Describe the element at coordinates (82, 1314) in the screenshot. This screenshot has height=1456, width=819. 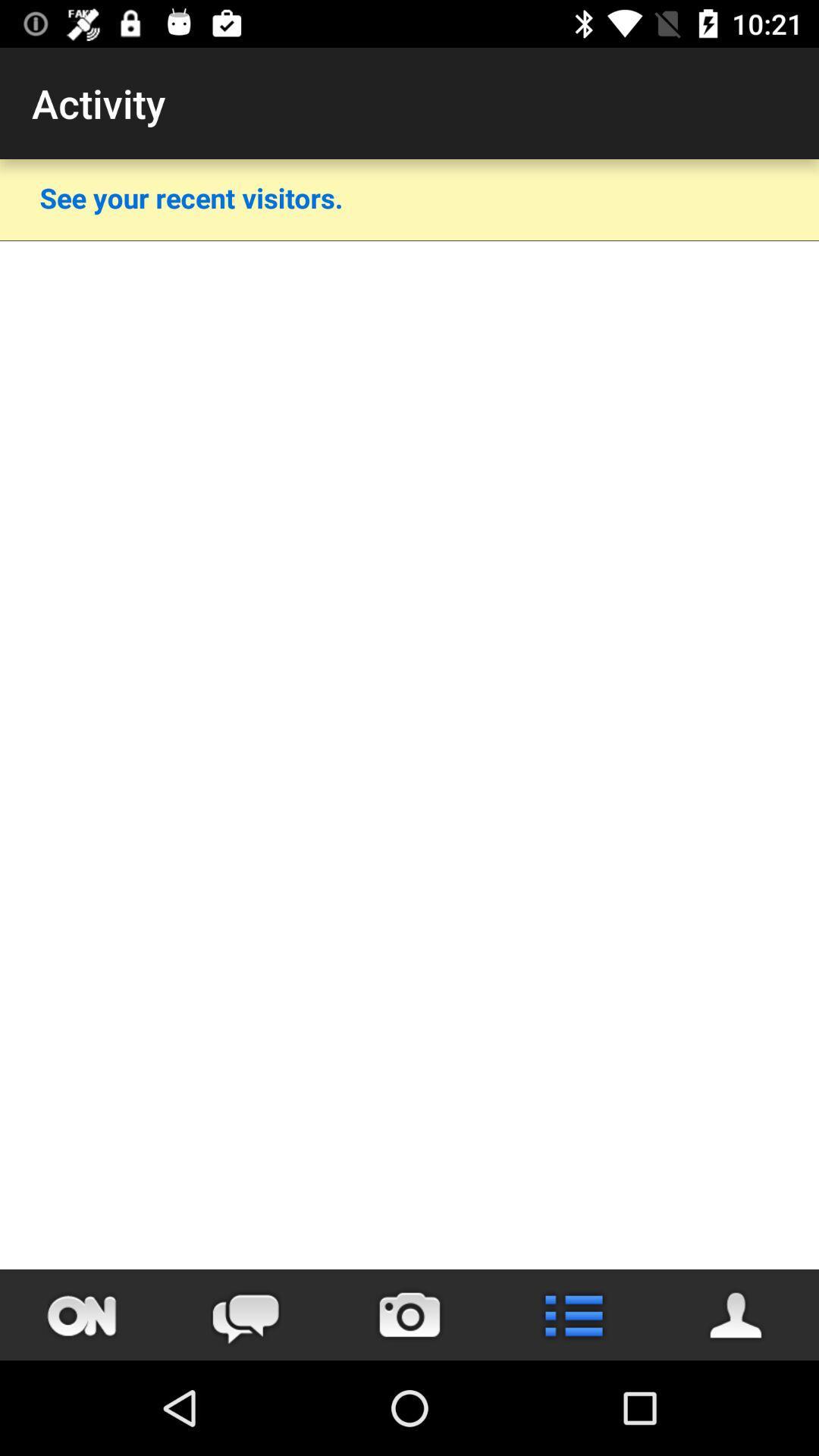
I see `navigate the app` at that location.